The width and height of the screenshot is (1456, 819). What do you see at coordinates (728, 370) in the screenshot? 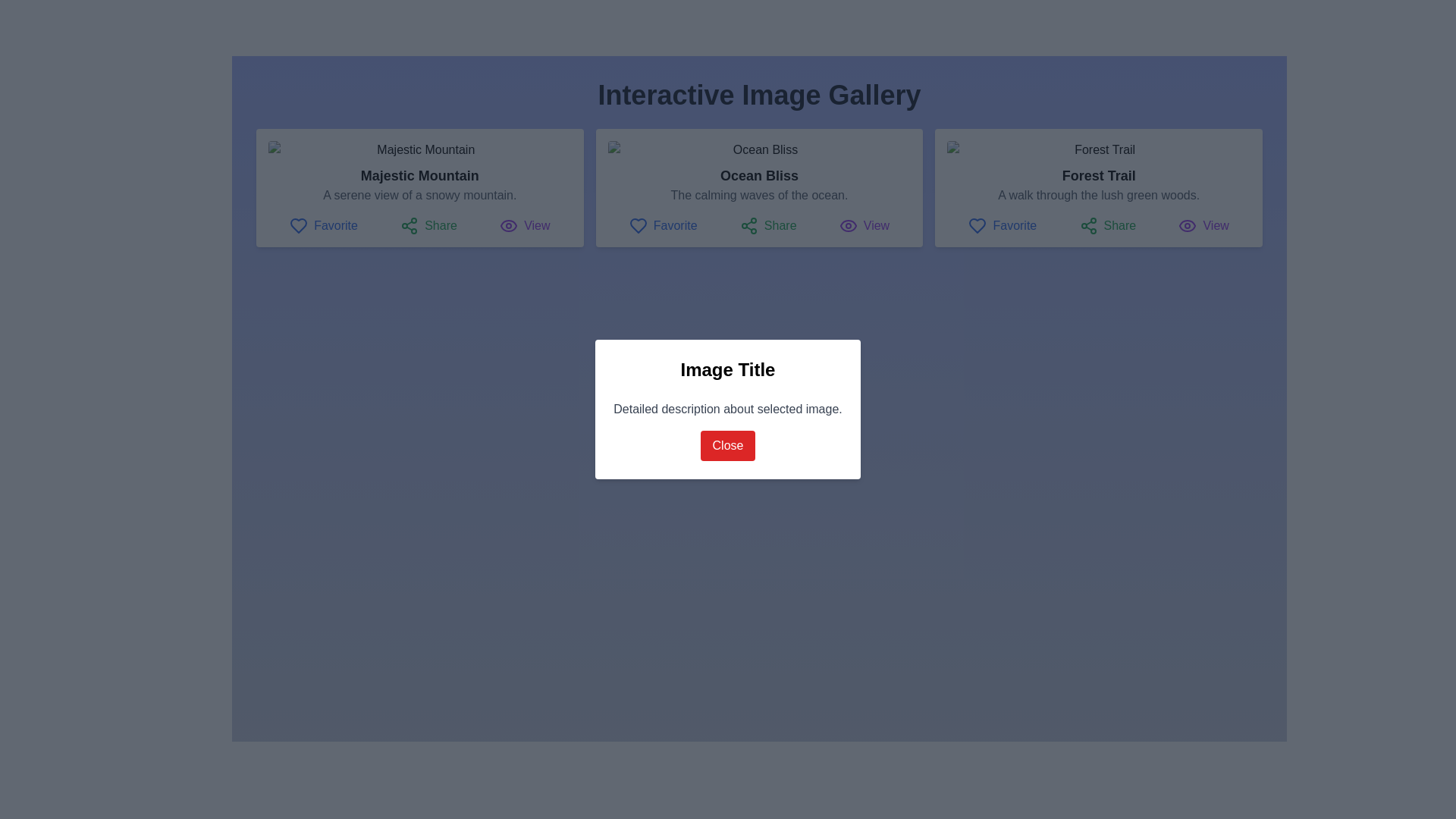
I see `bold, large-sized text labeled 'Image Title' located at the top of the white dialog box in the modal` at bounding box center [728, 370].